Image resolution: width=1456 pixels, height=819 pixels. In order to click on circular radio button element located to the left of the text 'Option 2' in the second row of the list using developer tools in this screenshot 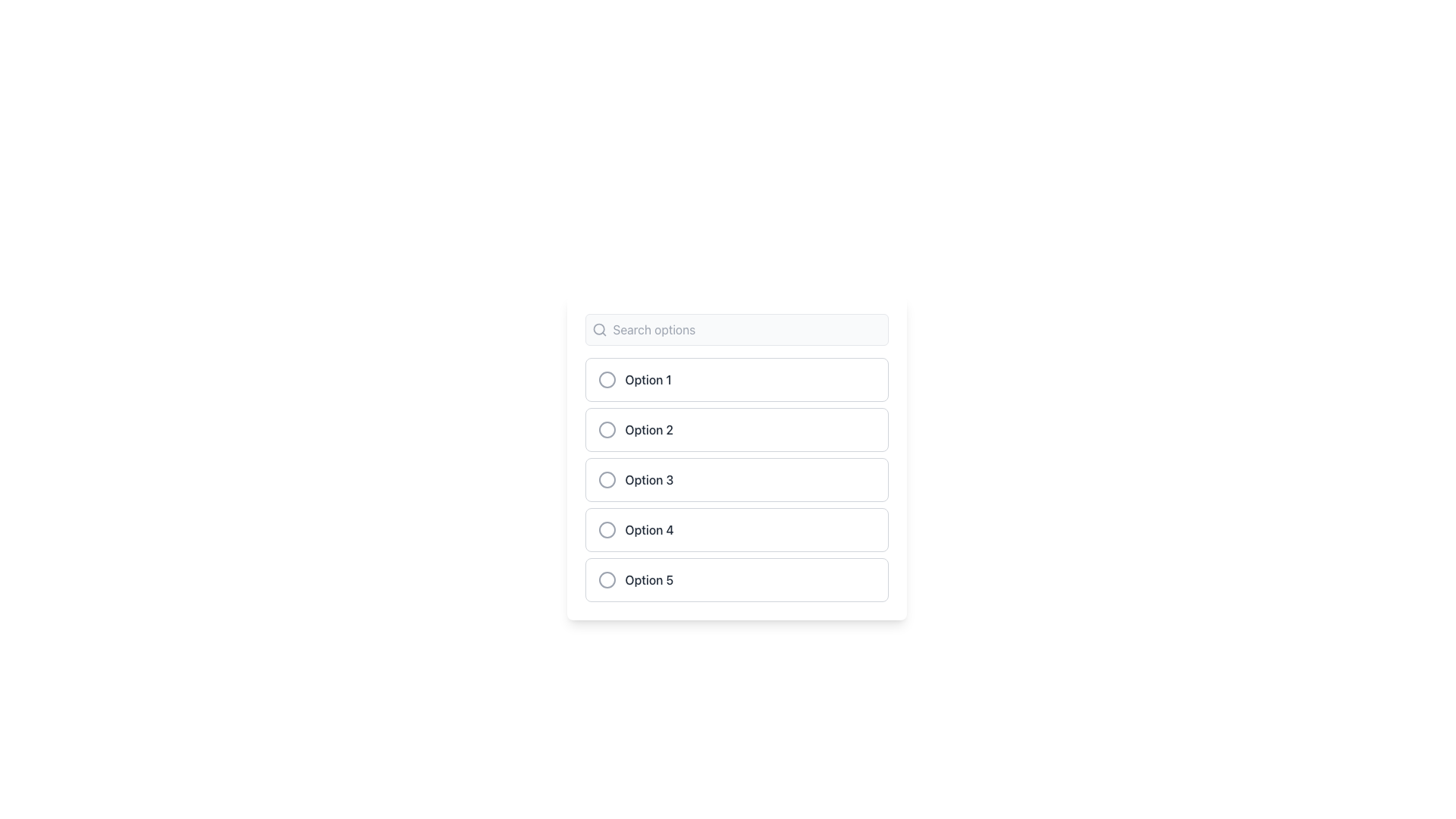, I will do `click(607, 430)`.